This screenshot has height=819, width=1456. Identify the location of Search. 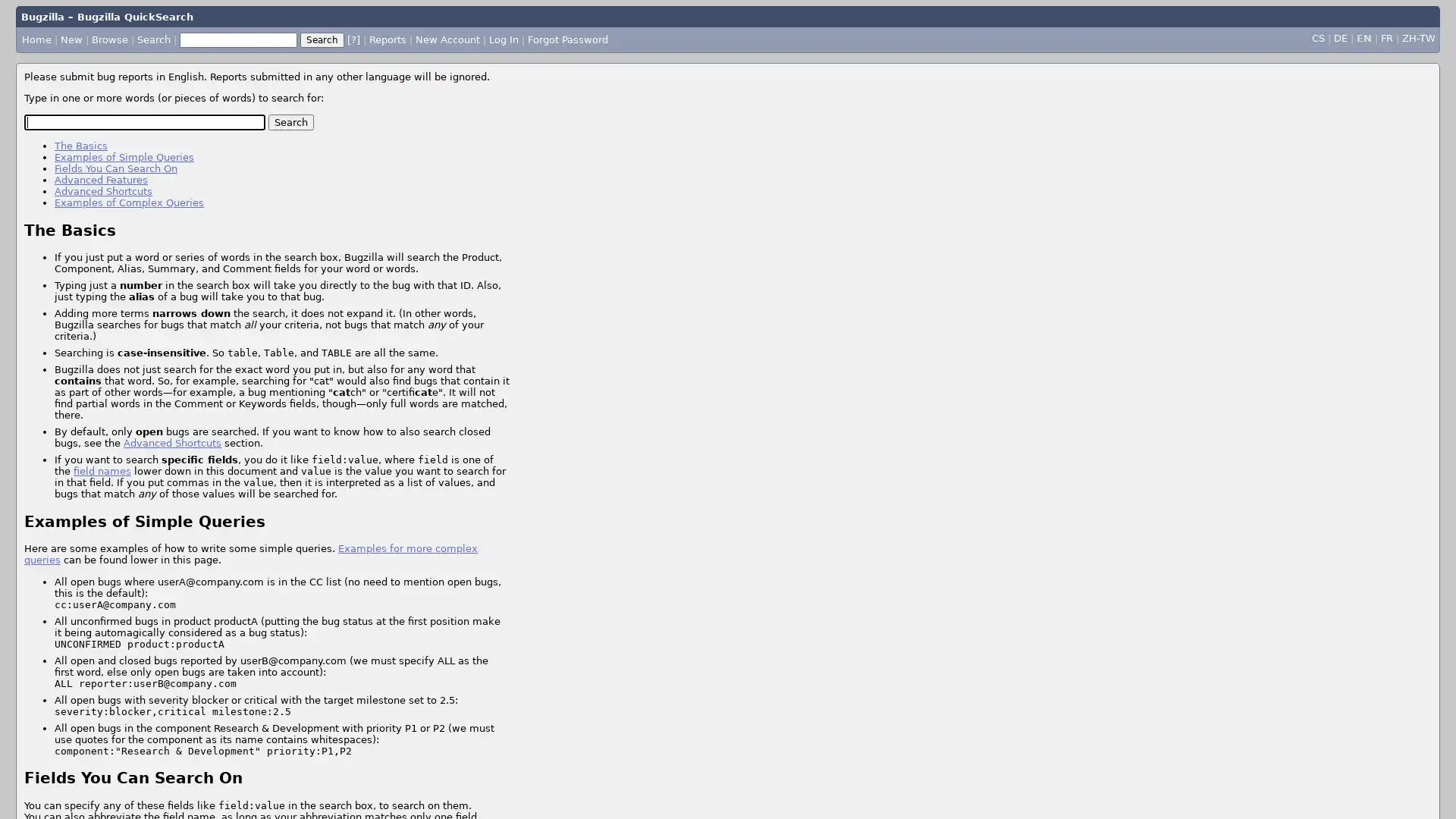
(320, 38).